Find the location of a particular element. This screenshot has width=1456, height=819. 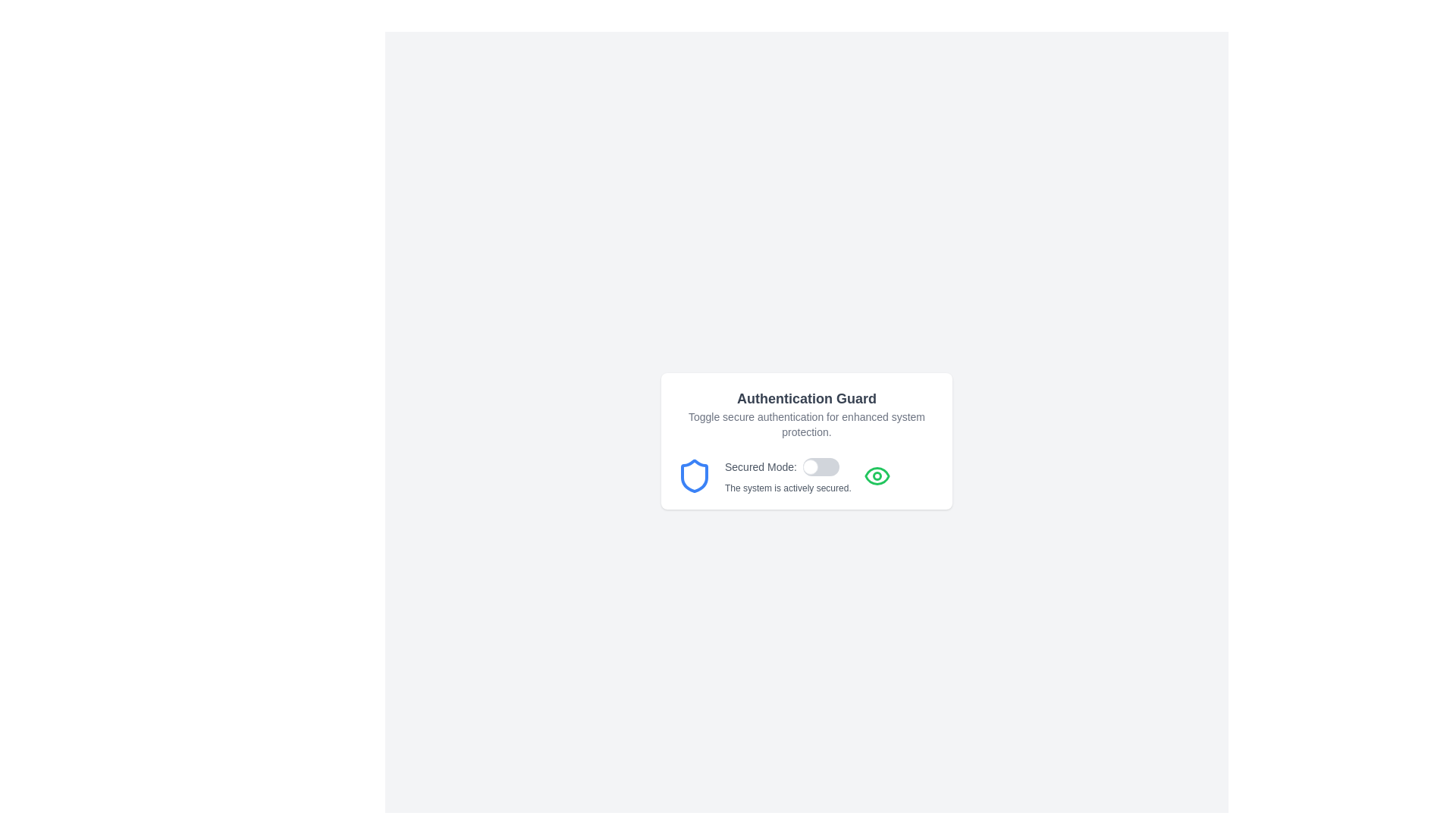

the static text label that describes the functionality of the toggle switch for 'Secured Mode' in the 'Authentication Guard' panel is located at coordinates (788, 466).